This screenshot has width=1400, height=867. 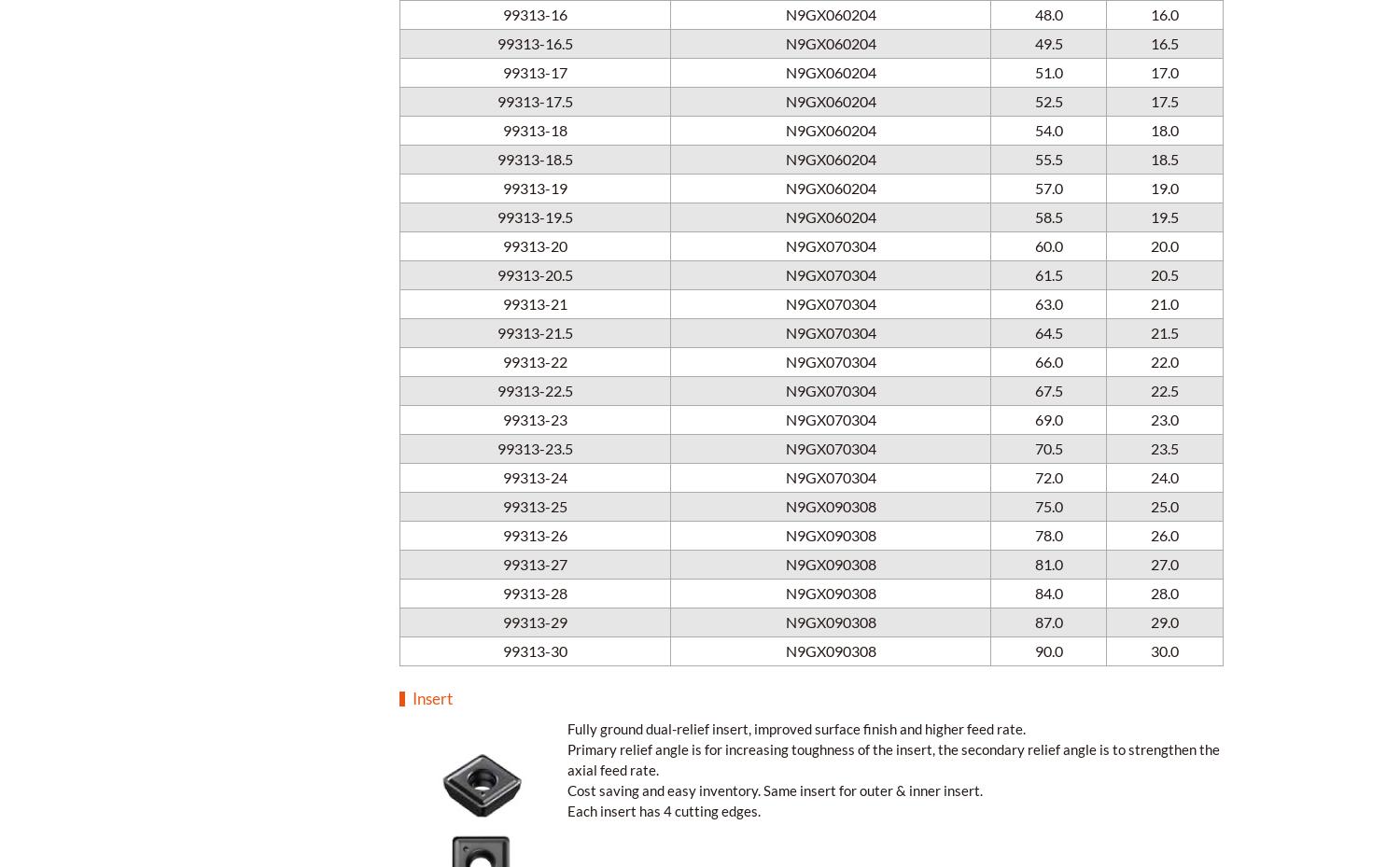 I want to click on '19.5', so click(x=1164, y=215).